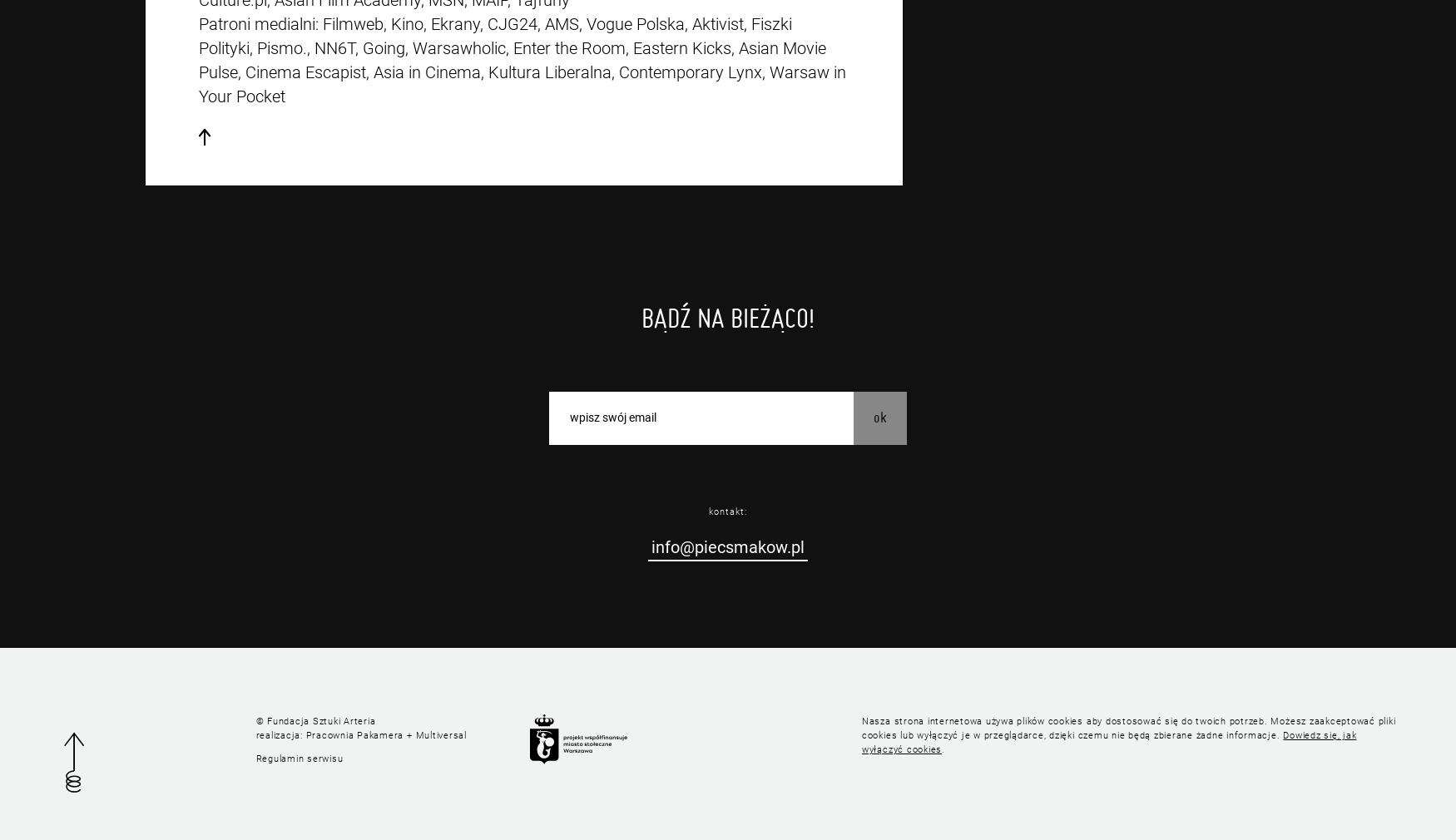 This screenshot has width=1456, height=840. Describe the element at coordinates (409, 735) in the screenshot. I see `'+'` at that location.